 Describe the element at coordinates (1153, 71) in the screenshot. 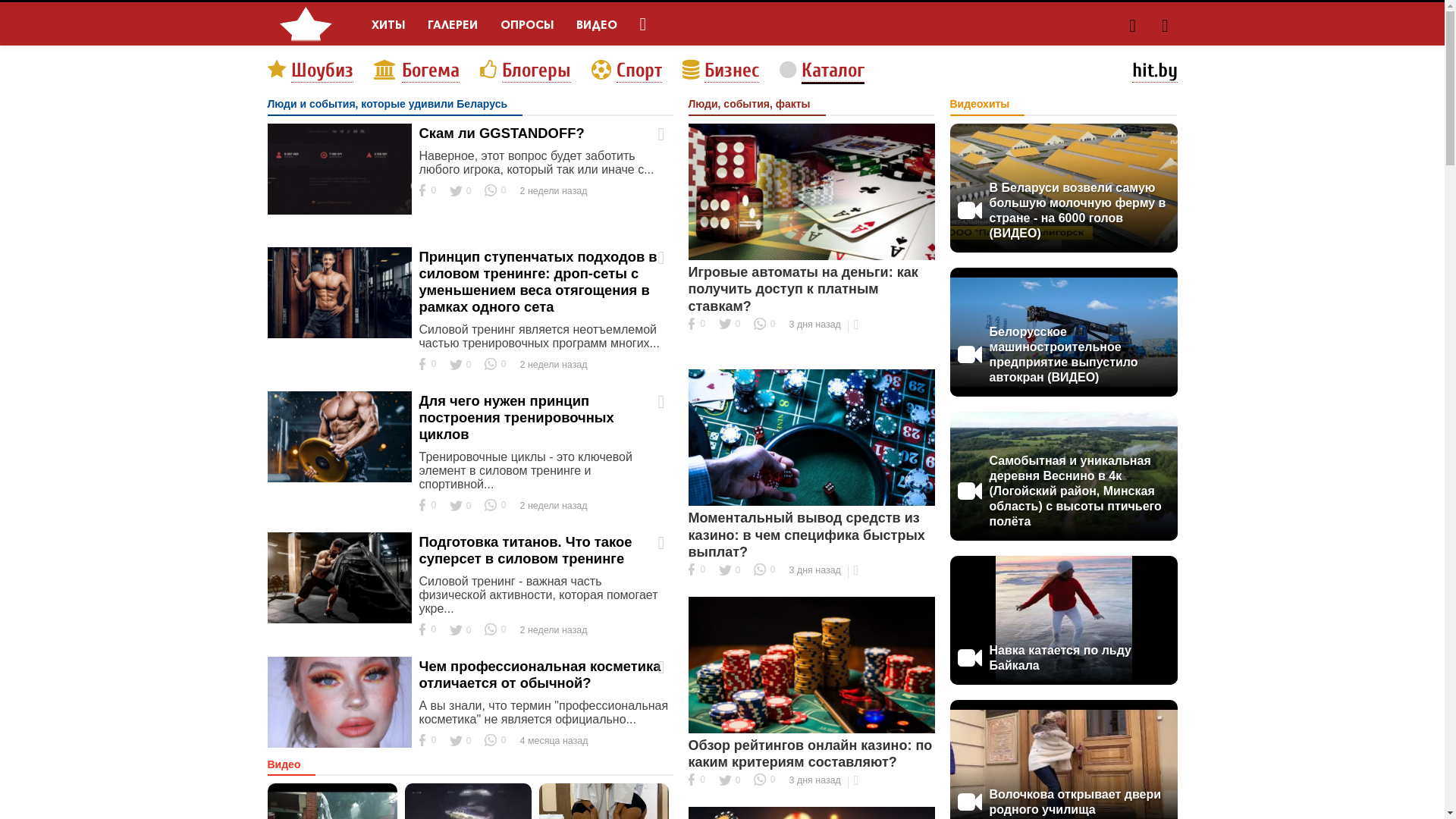

I see `'hit.by'` at that location.